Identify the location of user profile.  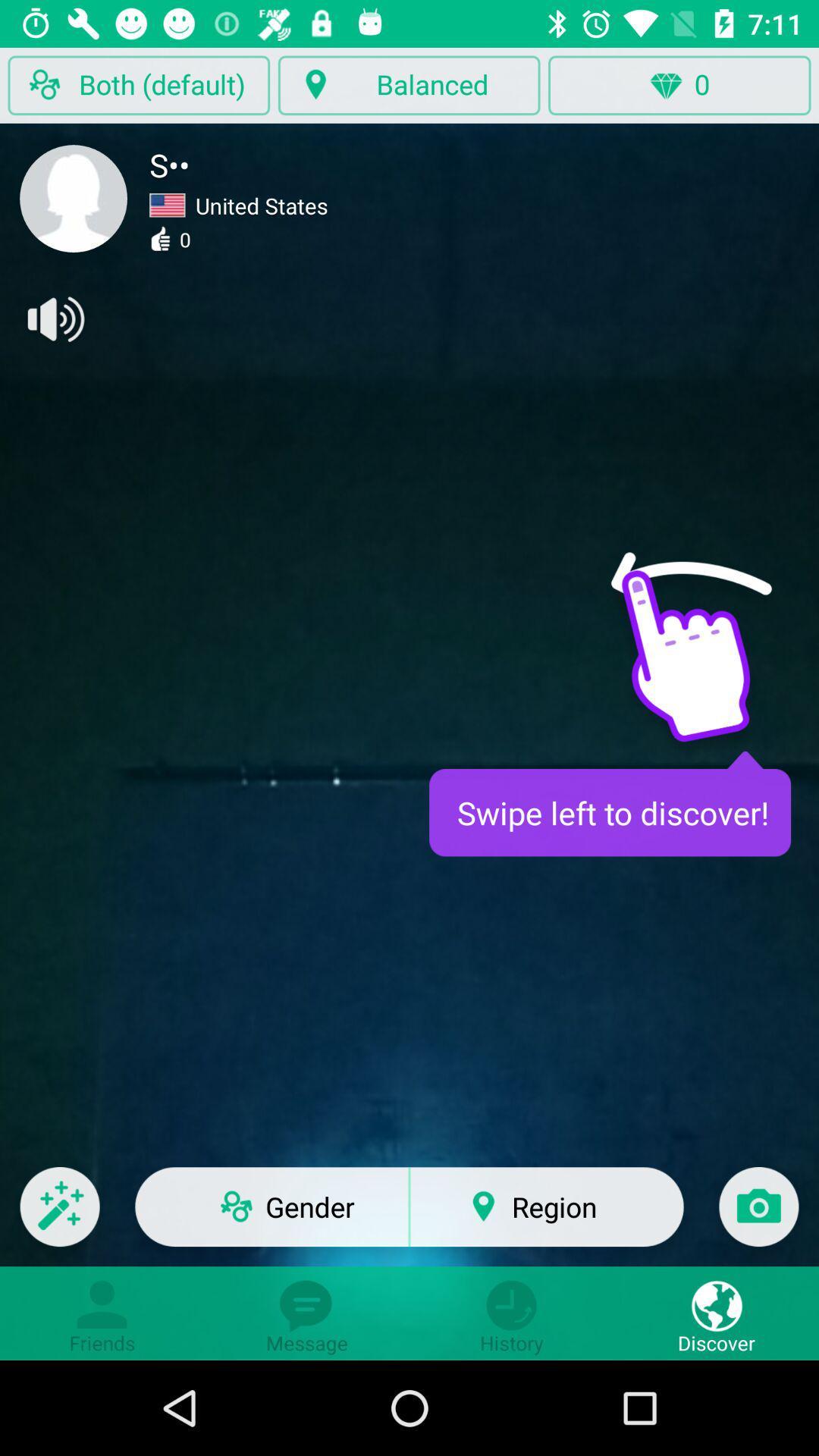
(74, 198).